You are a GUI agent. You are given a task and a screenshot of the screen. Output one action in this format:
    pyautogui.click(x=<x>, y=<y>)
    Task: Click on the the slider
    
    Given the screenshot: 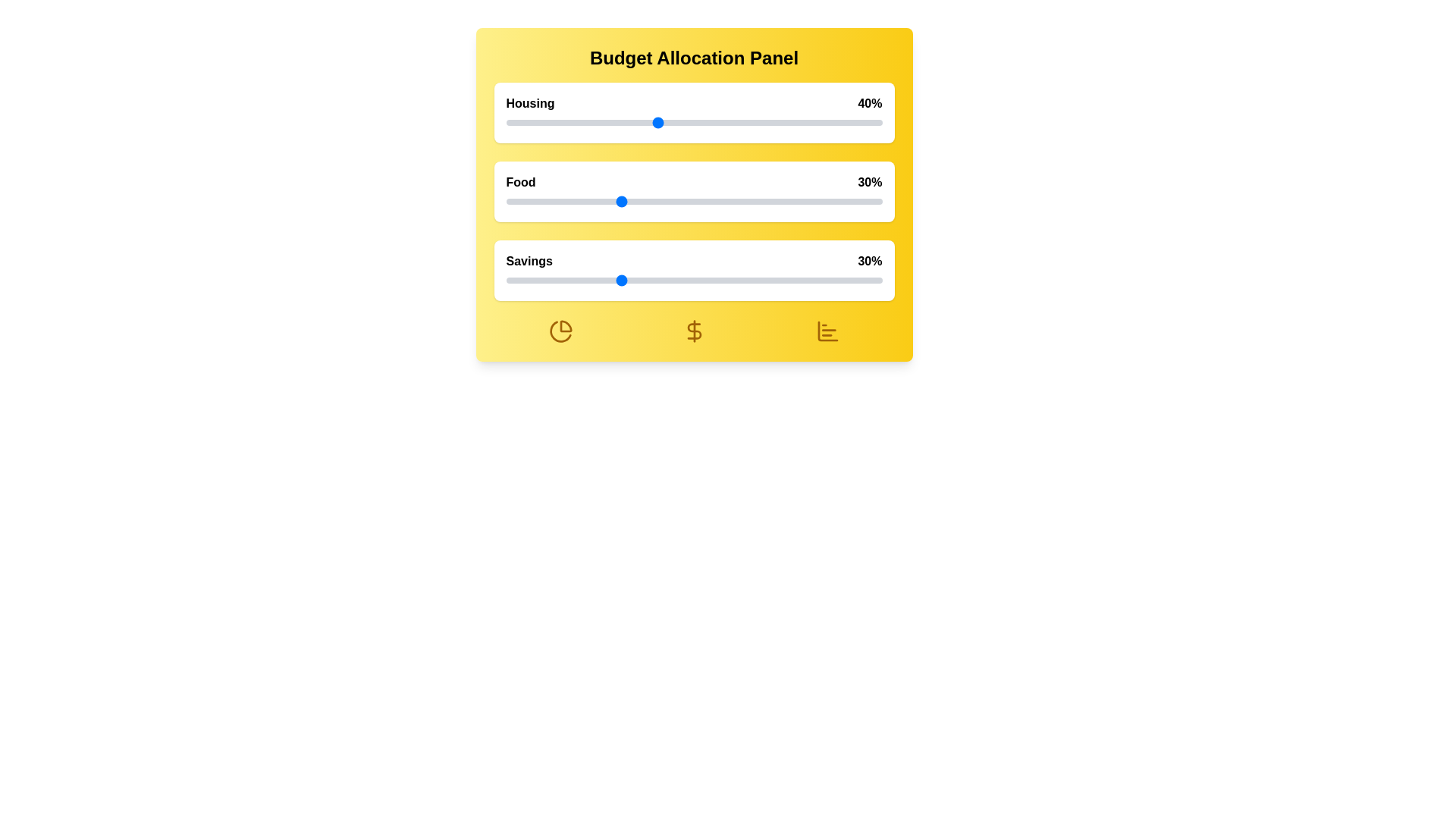 What is the action you would take?
    pyautogui.click(x=664, y=201)
    